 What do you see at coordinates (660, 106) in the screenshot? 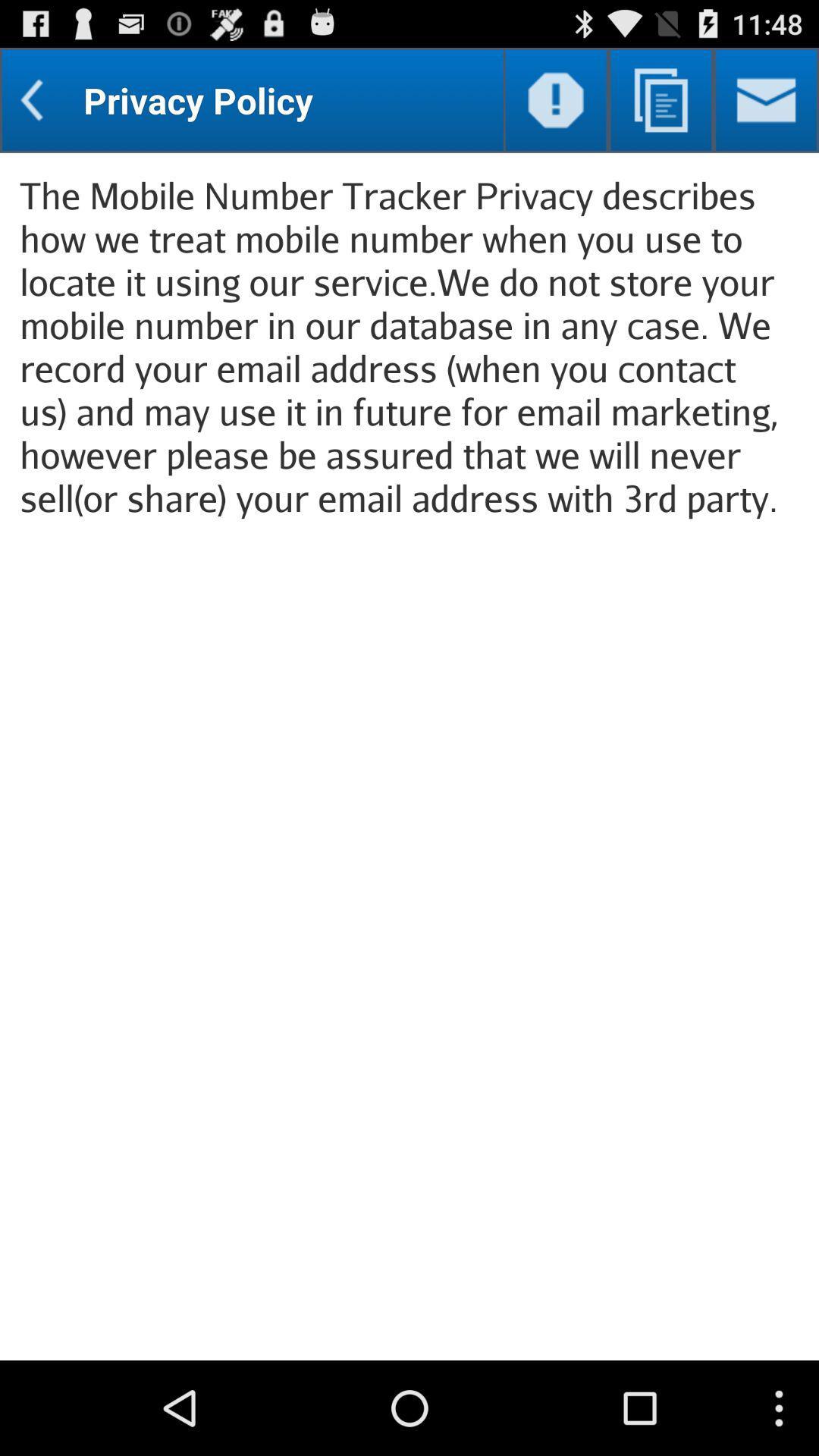
I see `the copy icon` at bounding box center [660, 106].